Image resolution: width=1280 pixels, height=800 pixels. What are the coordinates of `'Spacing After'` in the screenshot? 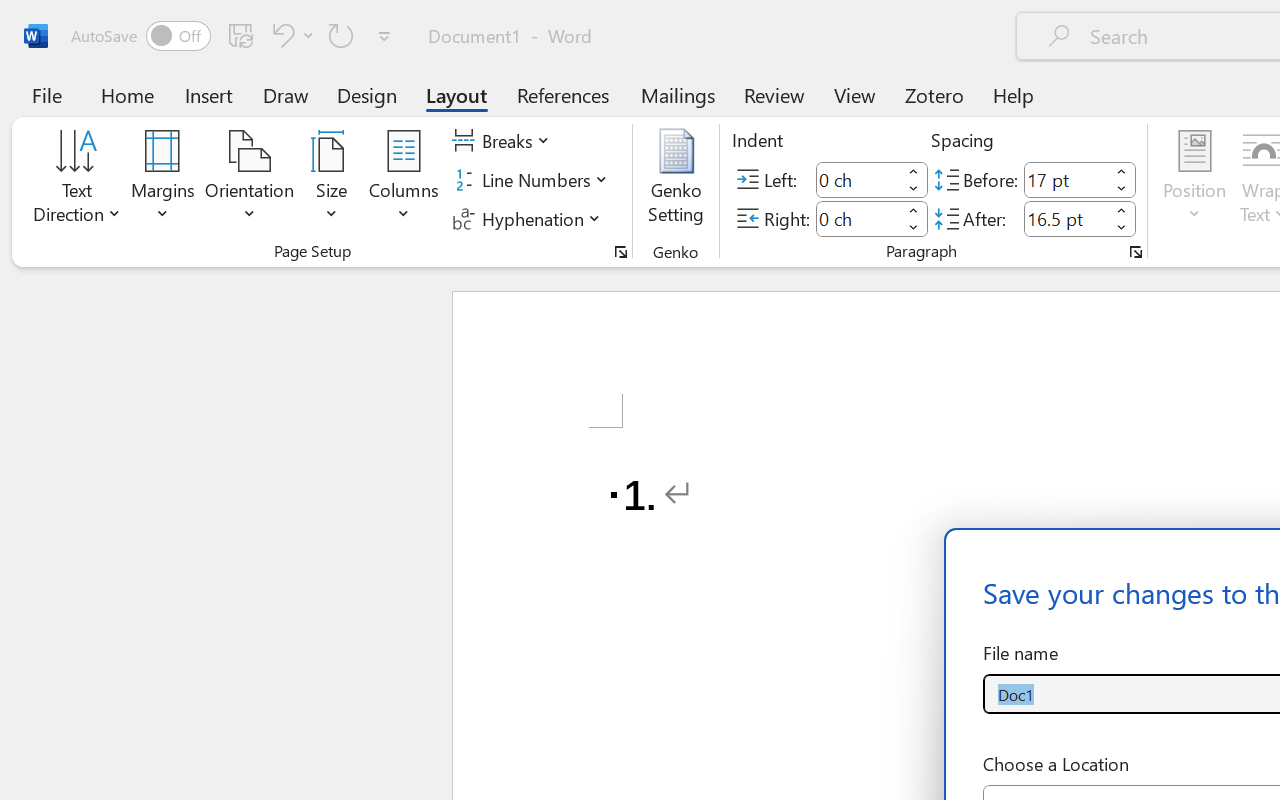 It's located at (1065, 218).